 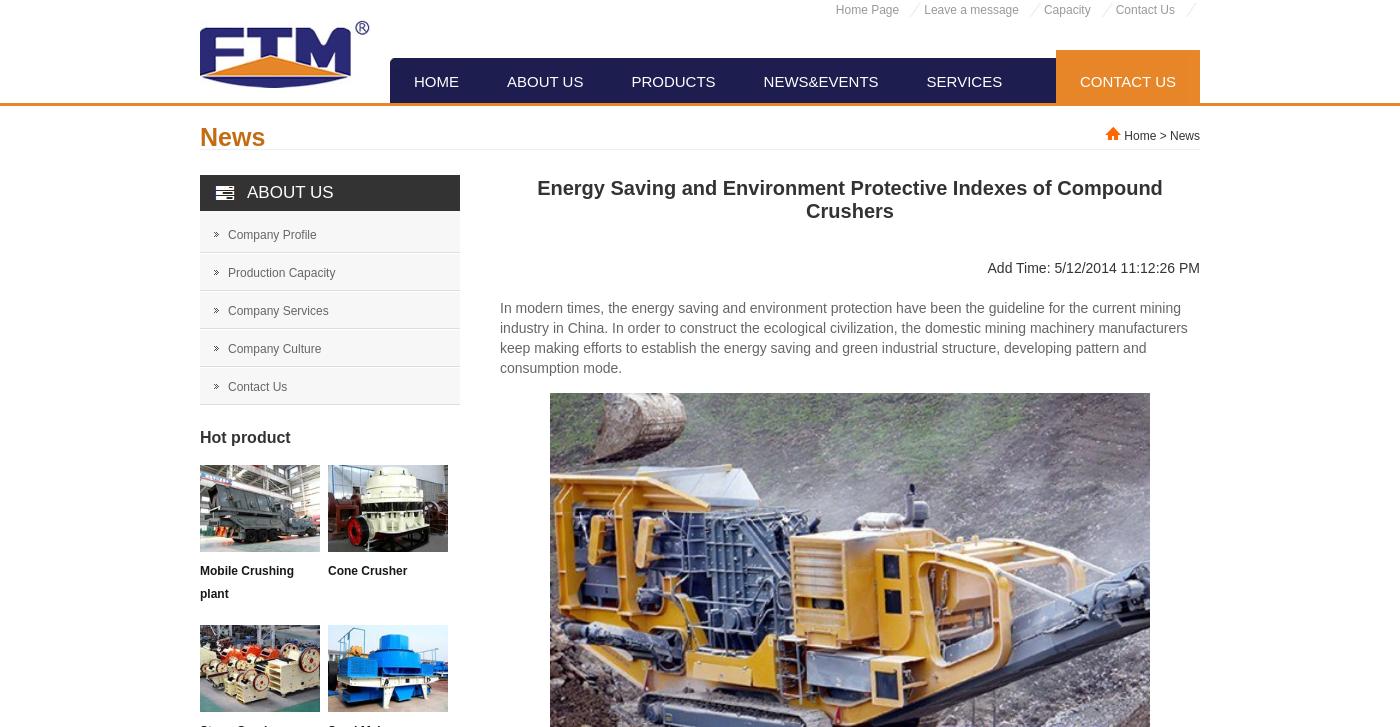 What do you see at coordinates (849, 199) in the screenshot?
I see `'Energy Saving and Environment Protective Indexes of Compound Crushers'` at bounding box center [849, 199].